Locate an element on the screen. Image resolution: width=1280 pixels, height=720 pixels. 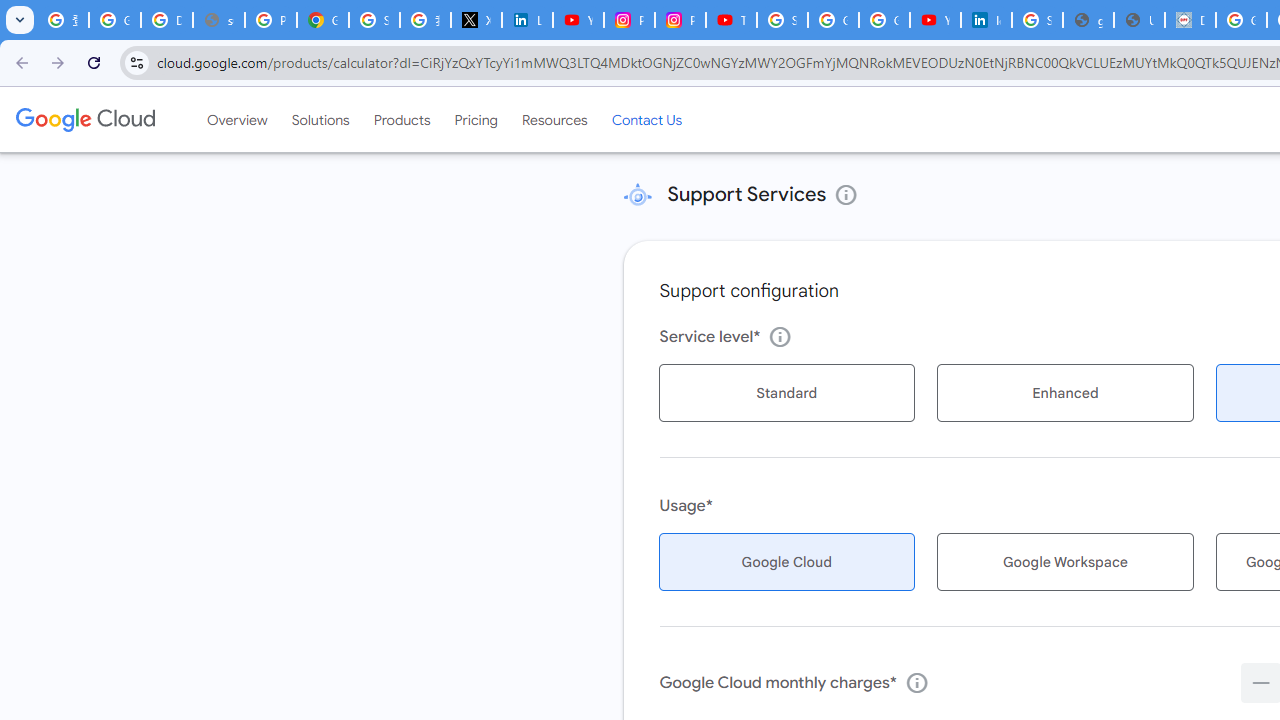
'Data Privacy Framework' is located at coordinates (1190, 20).